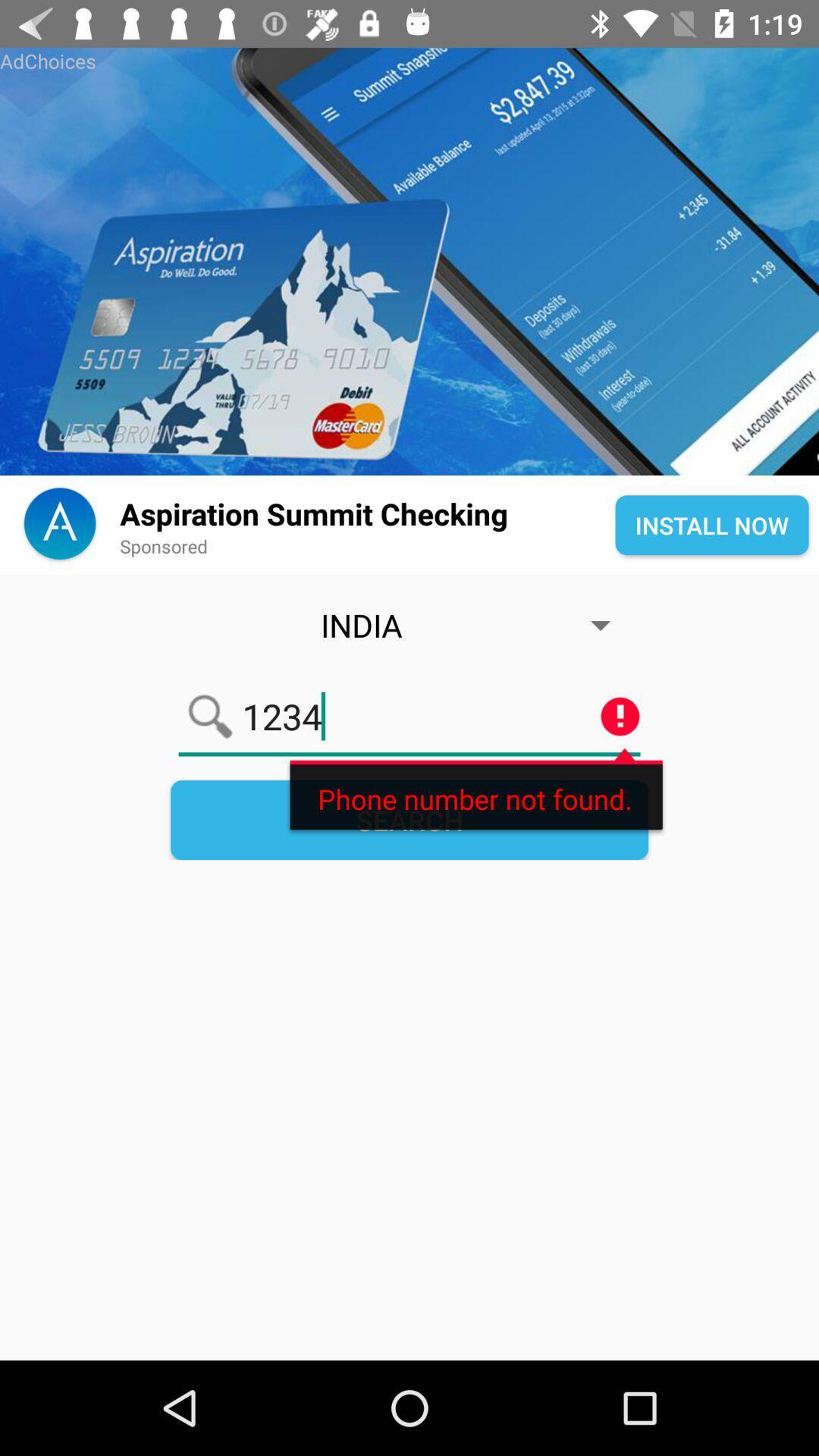 This screenshot has width=819, height=1456. What do you see at coordinates (409, 262) in the screenshot?
I see `share the article` at bounding box center [409, 262].